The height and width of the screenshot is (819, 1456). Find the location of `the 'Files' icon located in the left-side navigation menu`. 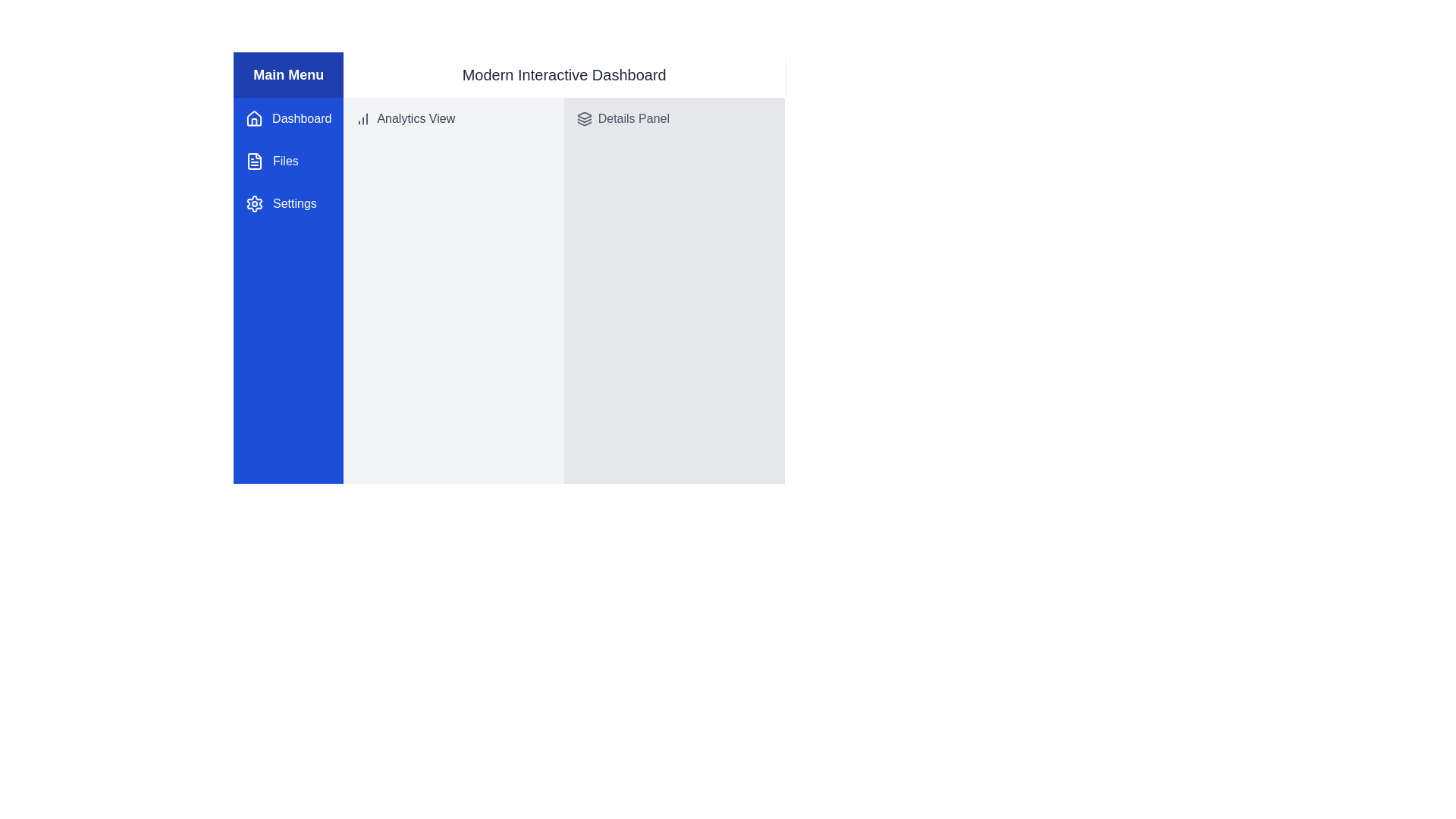

the 'Files' icon located in the left-side navigation menu is located at coordinates (255, 161).